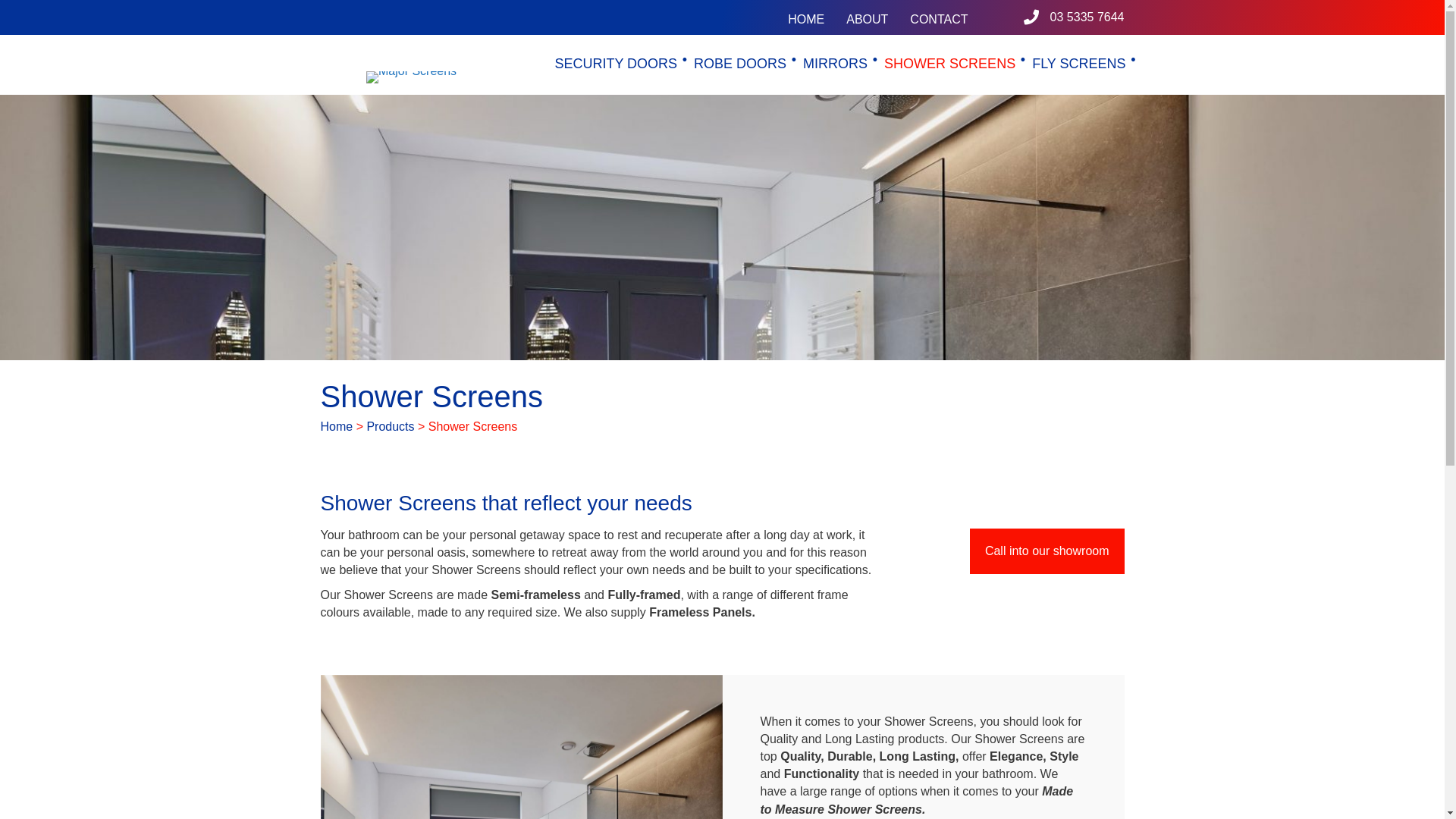 The image size is (1456, 819). What do you see at coordinates (777, 19) in the screenshot?
I see `'HOME'` at bounding box center [777, 19].